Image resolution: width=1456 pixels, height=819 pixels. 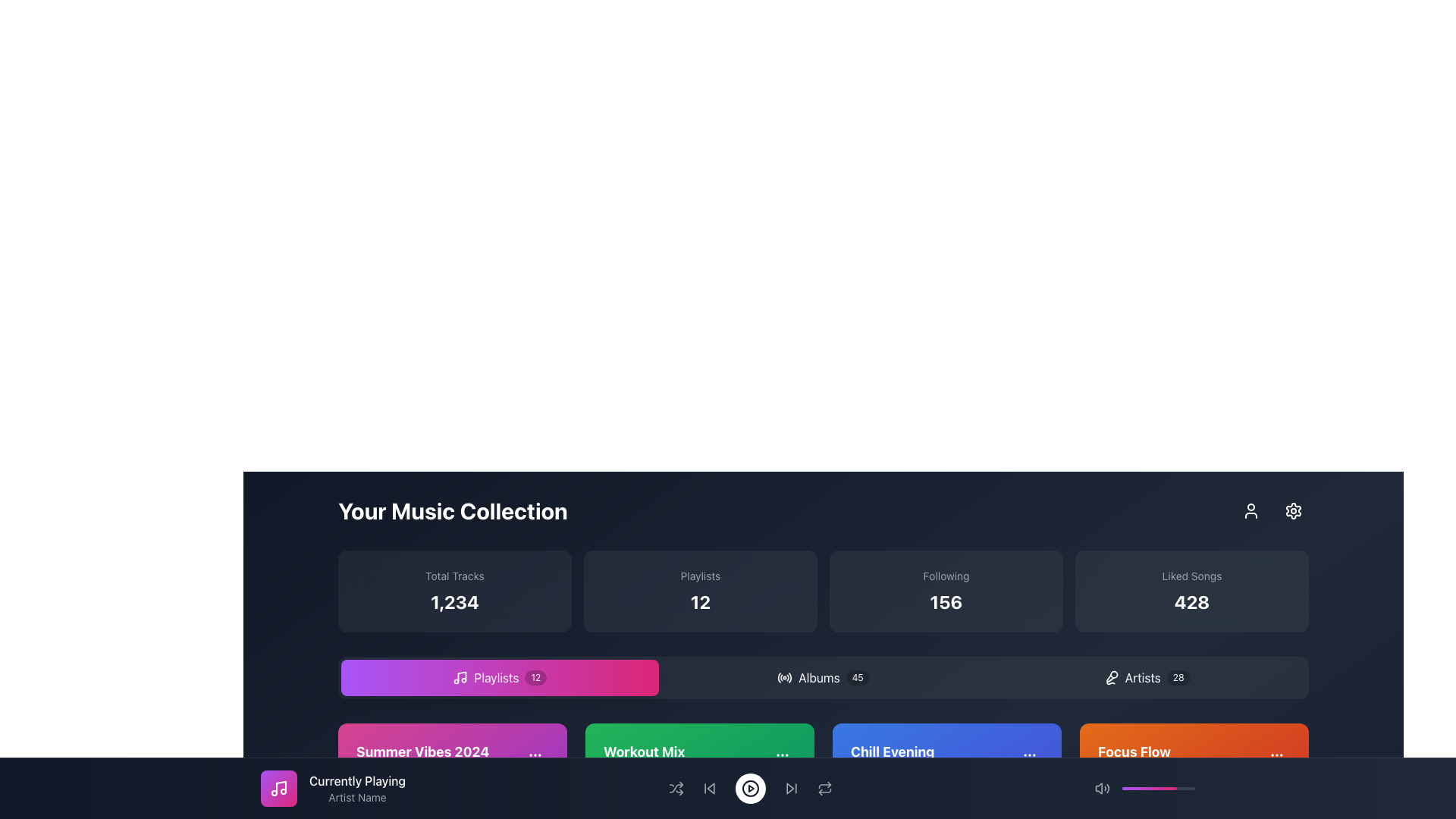 I want to click on the clickable card representing the music playlist 'Focus Flow', located in the bottom right corner of the grid layout, so click(x=1193, y=761).